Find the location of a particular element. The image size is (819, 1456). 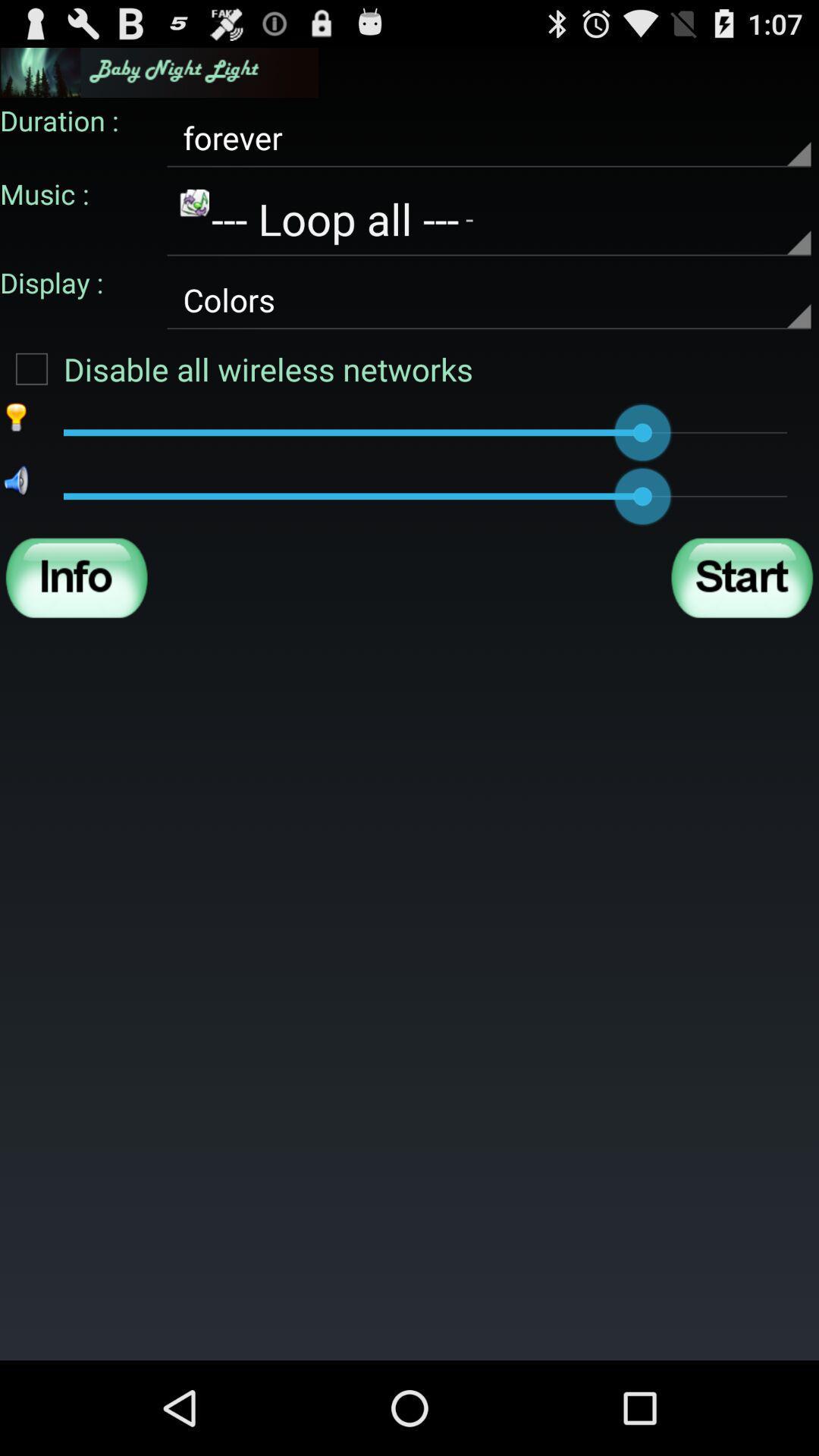

the button having the text start is located at coordinates (742, 577).